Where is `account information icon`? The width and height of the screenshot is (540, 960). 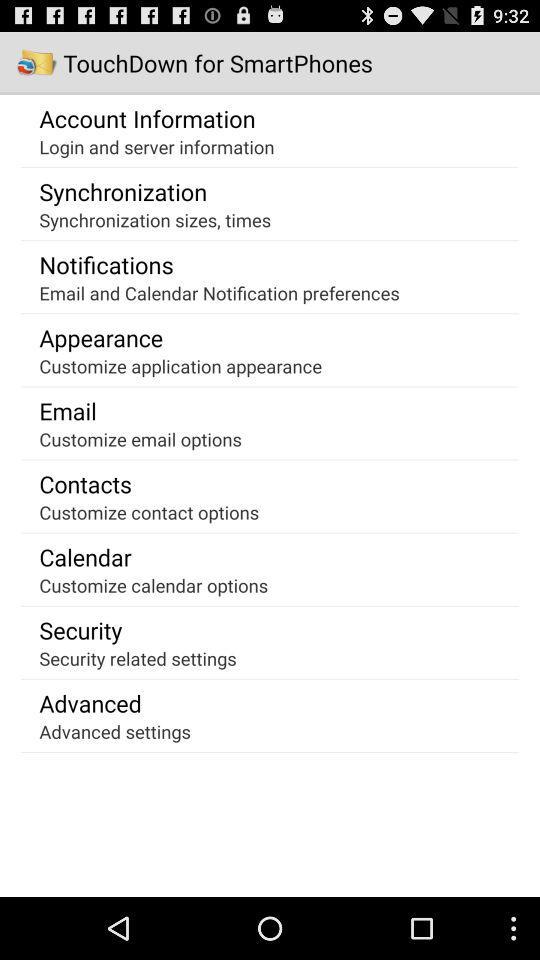
account information icon is located at coordinates (146, 118).